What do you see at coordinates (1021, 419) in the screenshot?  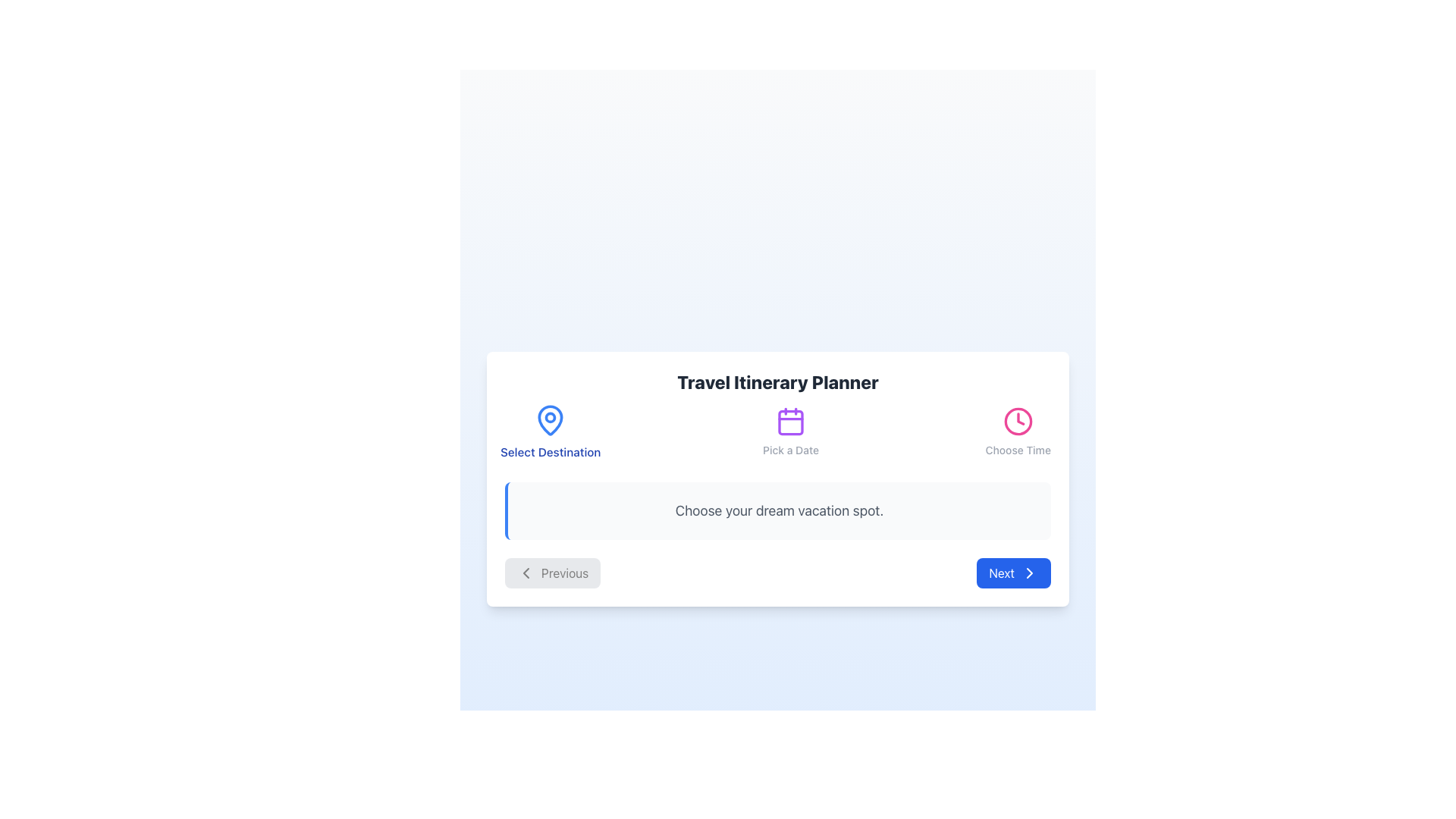 I see `the decorative SVG pointer element that indicates time within the clock graphic in the 'Choose Time' section header` at bounding box center [1021, 419].